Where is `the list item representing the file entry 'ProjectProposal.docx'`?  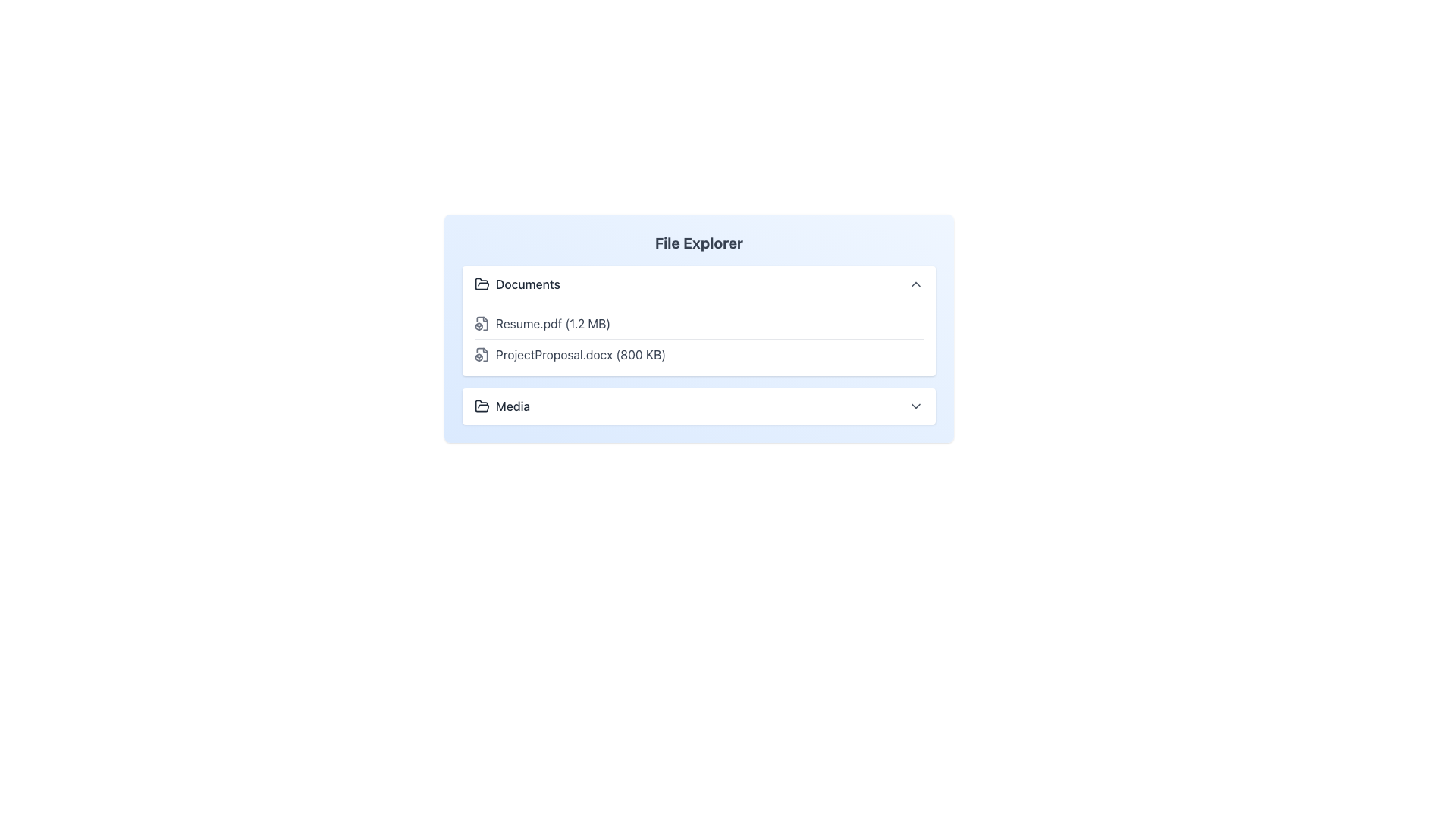 the list item representing the file entry 'ProjectProposal.docx' is located at coordinates (698, 354).